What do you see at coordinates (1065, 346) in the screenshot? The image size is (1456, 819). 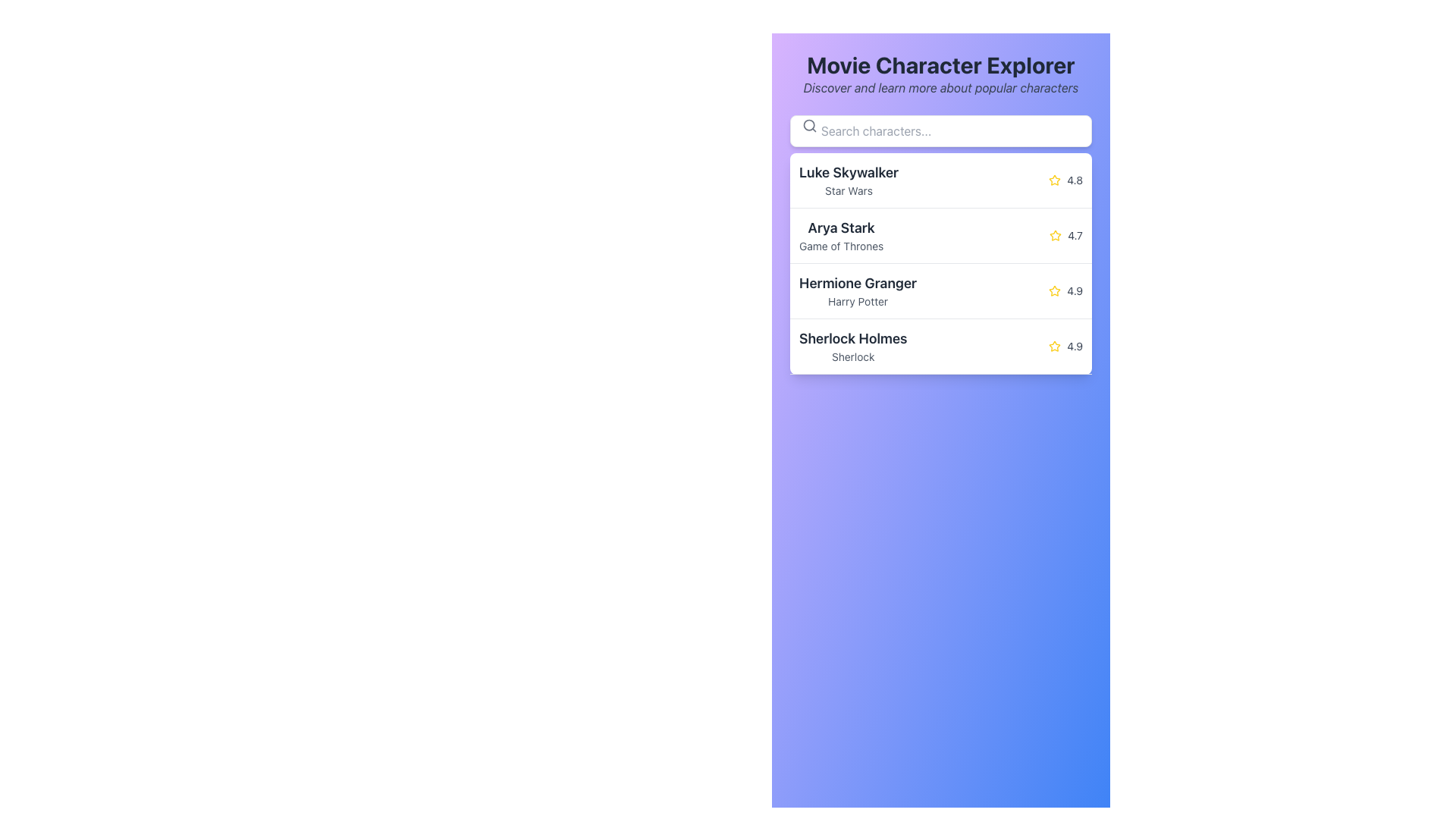 I see `the Rating Display element showing a rating of '4.9' next to a yellow star icon, located in the rightmost area of the 'Sherlock Holmes' listing` at bounding box center [1065, 346].